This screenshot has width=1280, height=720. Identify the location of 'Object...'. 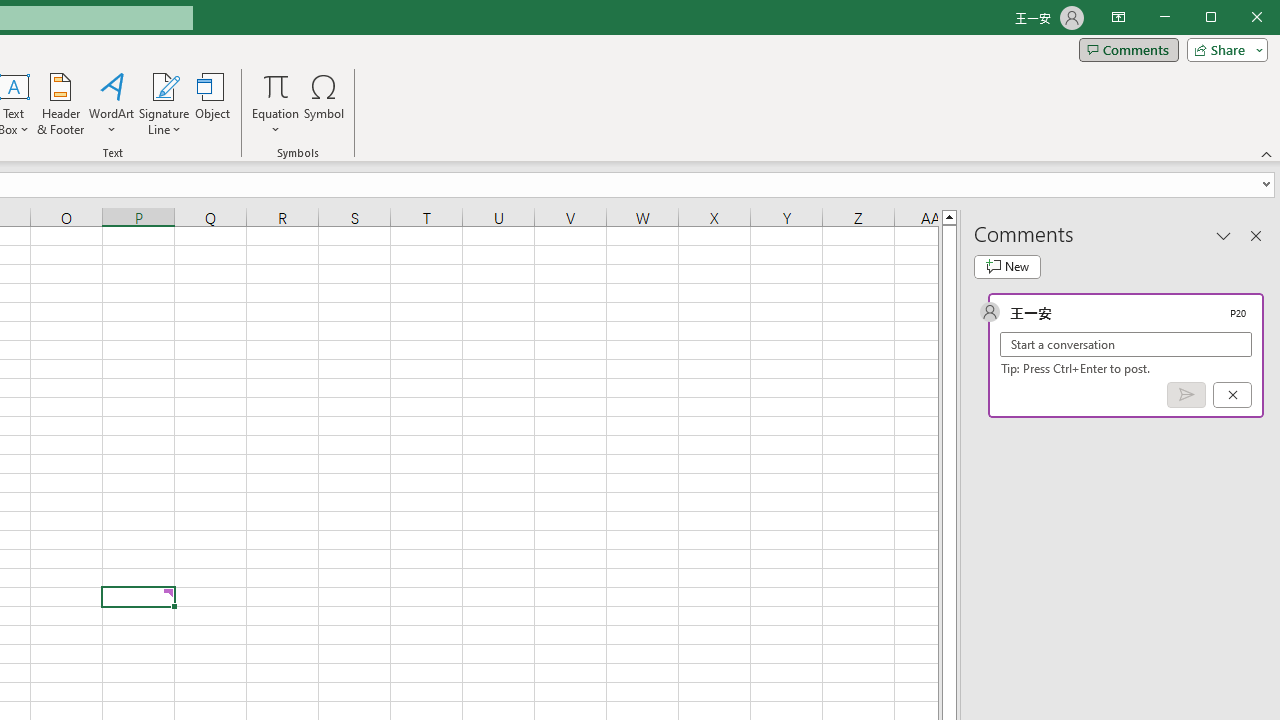
(213, 104).